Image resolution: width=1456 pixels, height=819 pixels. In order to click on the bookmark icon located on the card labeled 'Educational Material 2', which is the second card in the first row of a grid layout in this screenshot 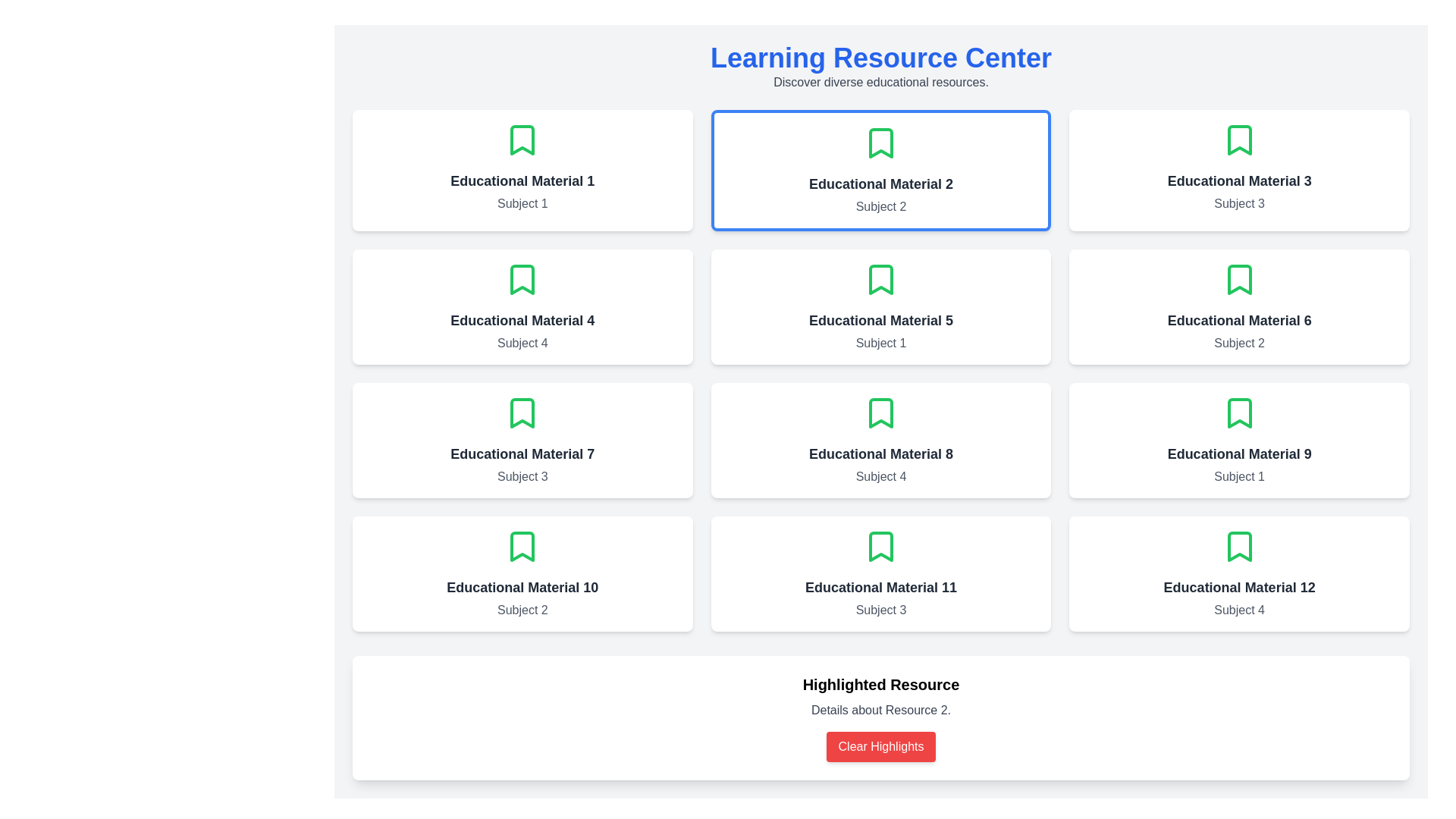, I will do `click(880, 143)`.